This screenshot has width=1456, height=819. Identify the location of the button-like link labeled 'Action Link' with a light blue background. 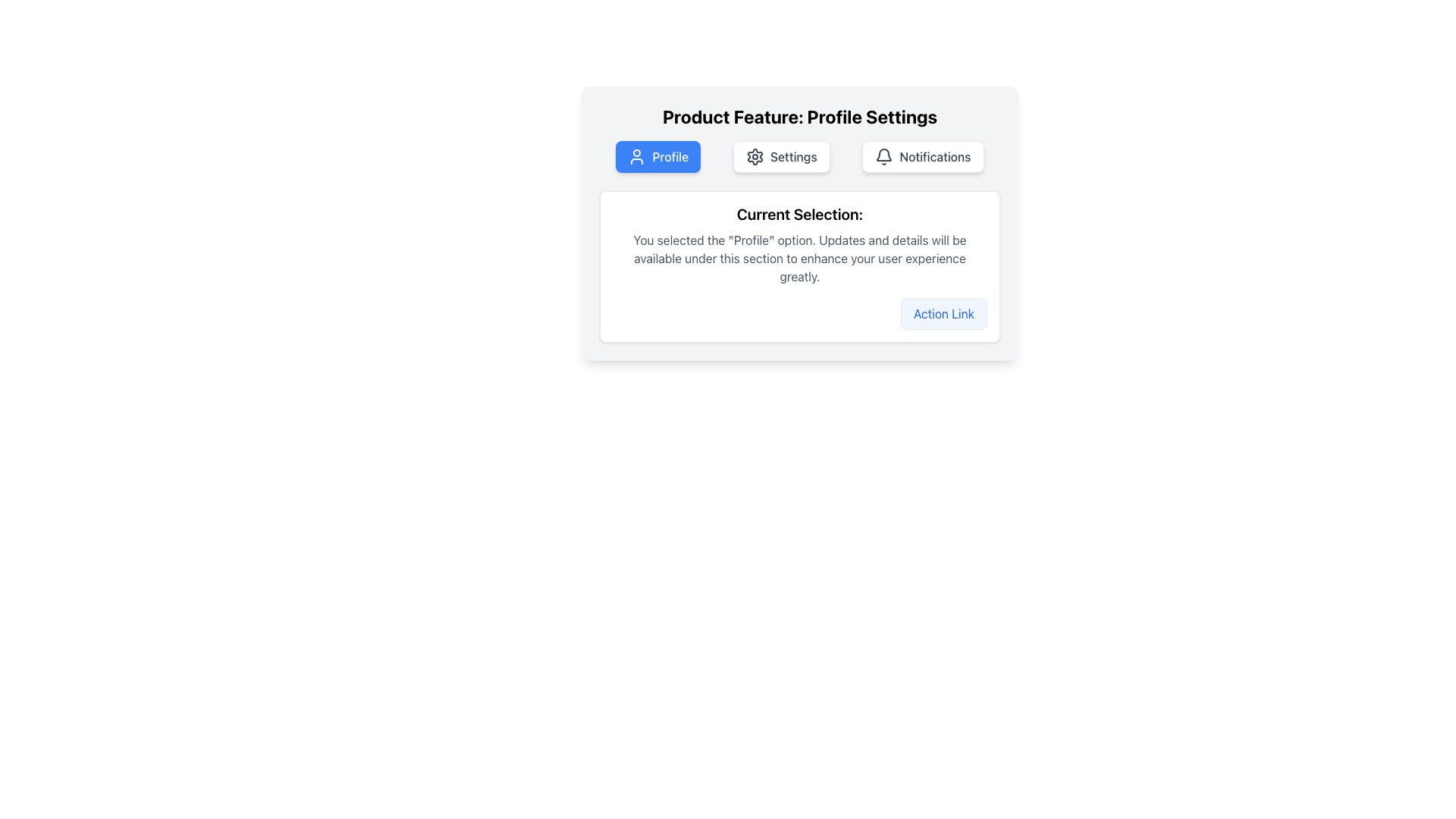
(943, 312).